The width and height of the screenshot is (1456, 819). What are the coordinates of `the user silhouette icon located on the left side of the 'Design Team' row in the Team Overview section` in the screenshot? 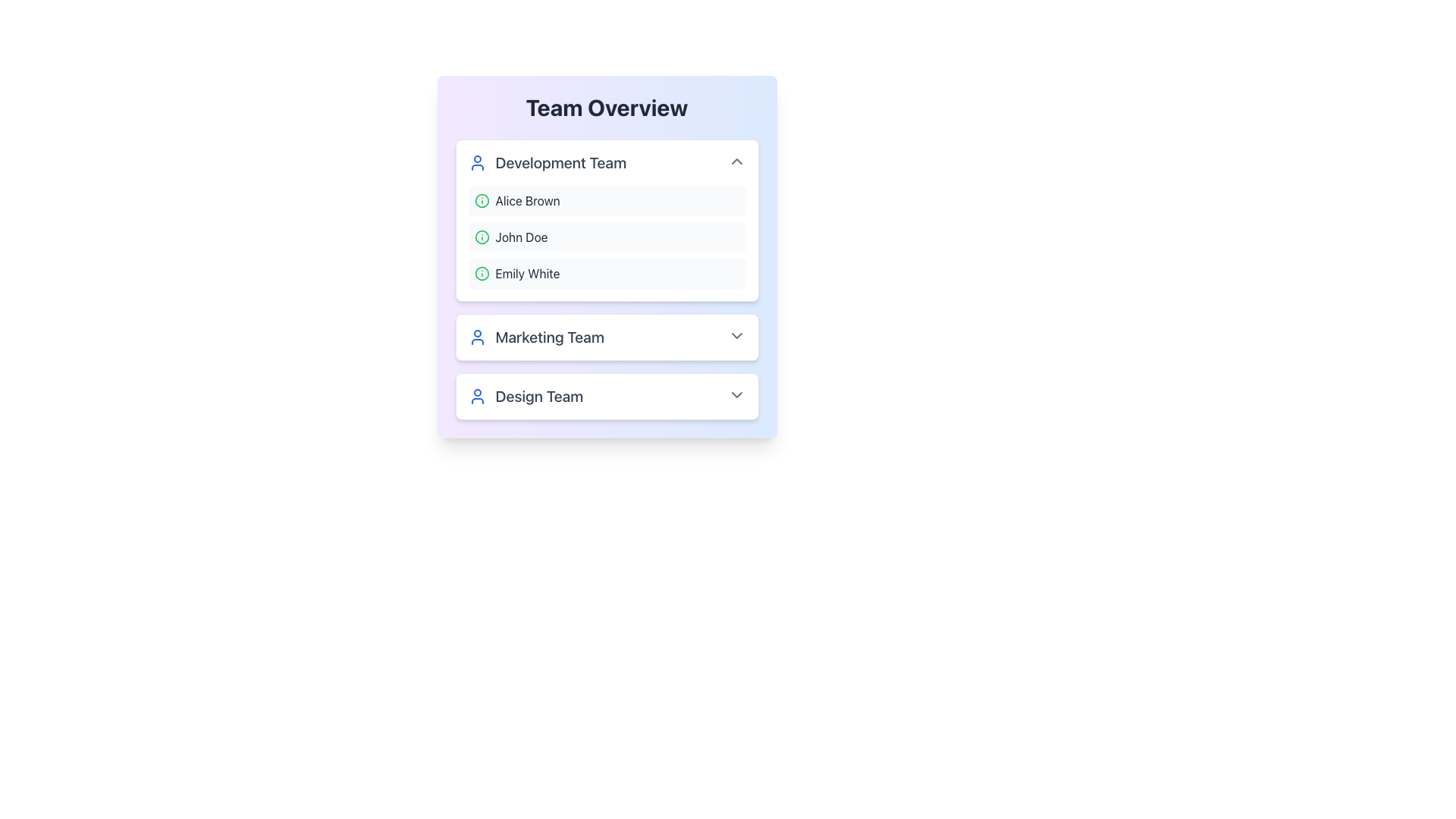 It's located at (476, 396).